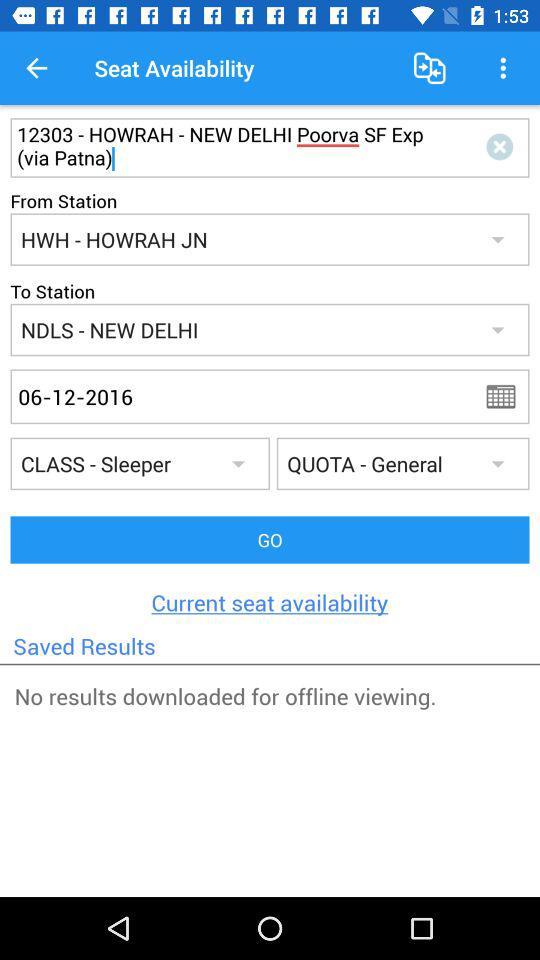 The width and height of the screenshot is (540, 960). Describe the element at coordinates (502, 146) in the screenshot. I see `erase all writing` at that location.